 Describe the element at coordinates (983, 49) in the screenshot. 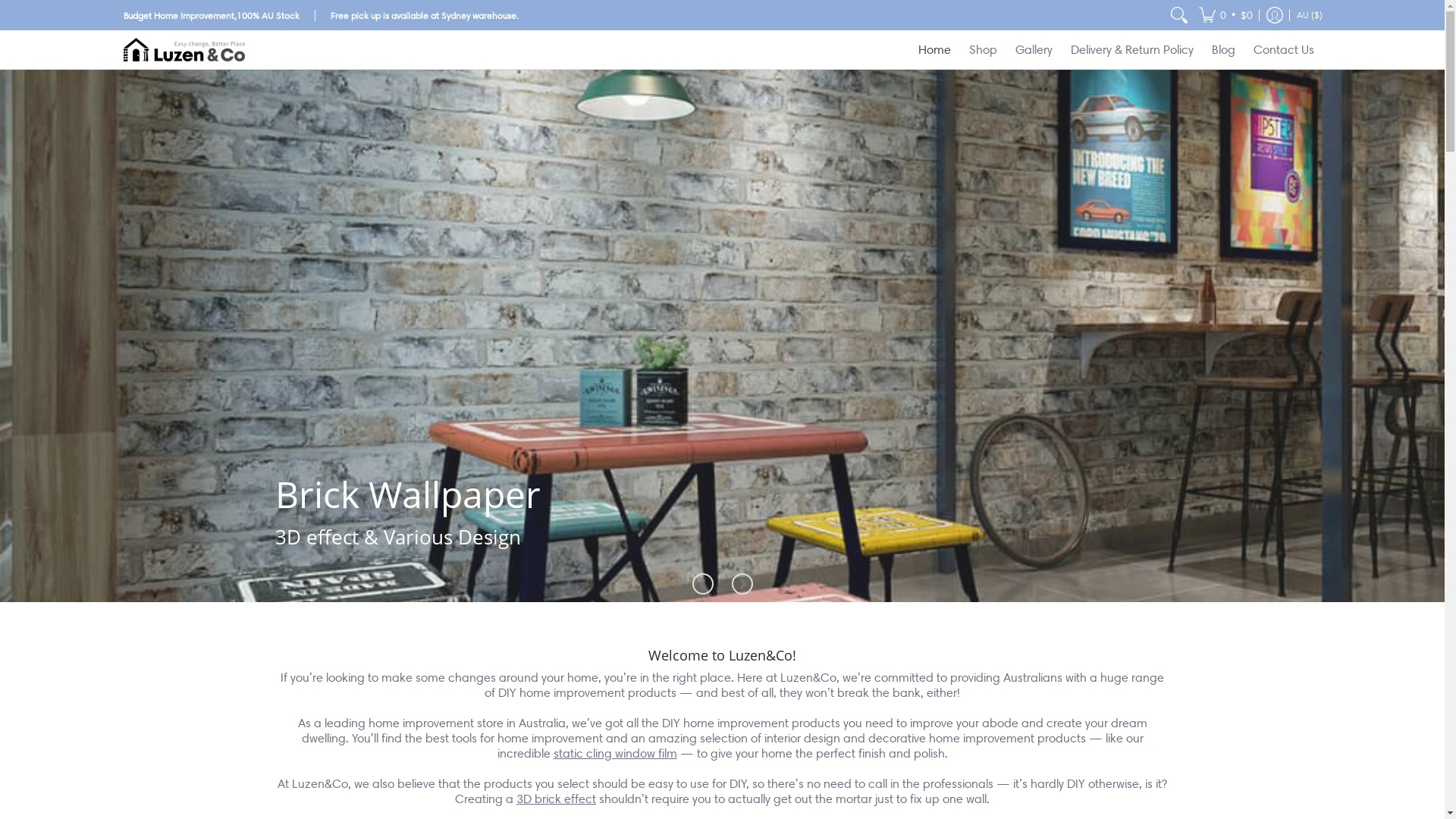

I see `'Shop'` at that location.